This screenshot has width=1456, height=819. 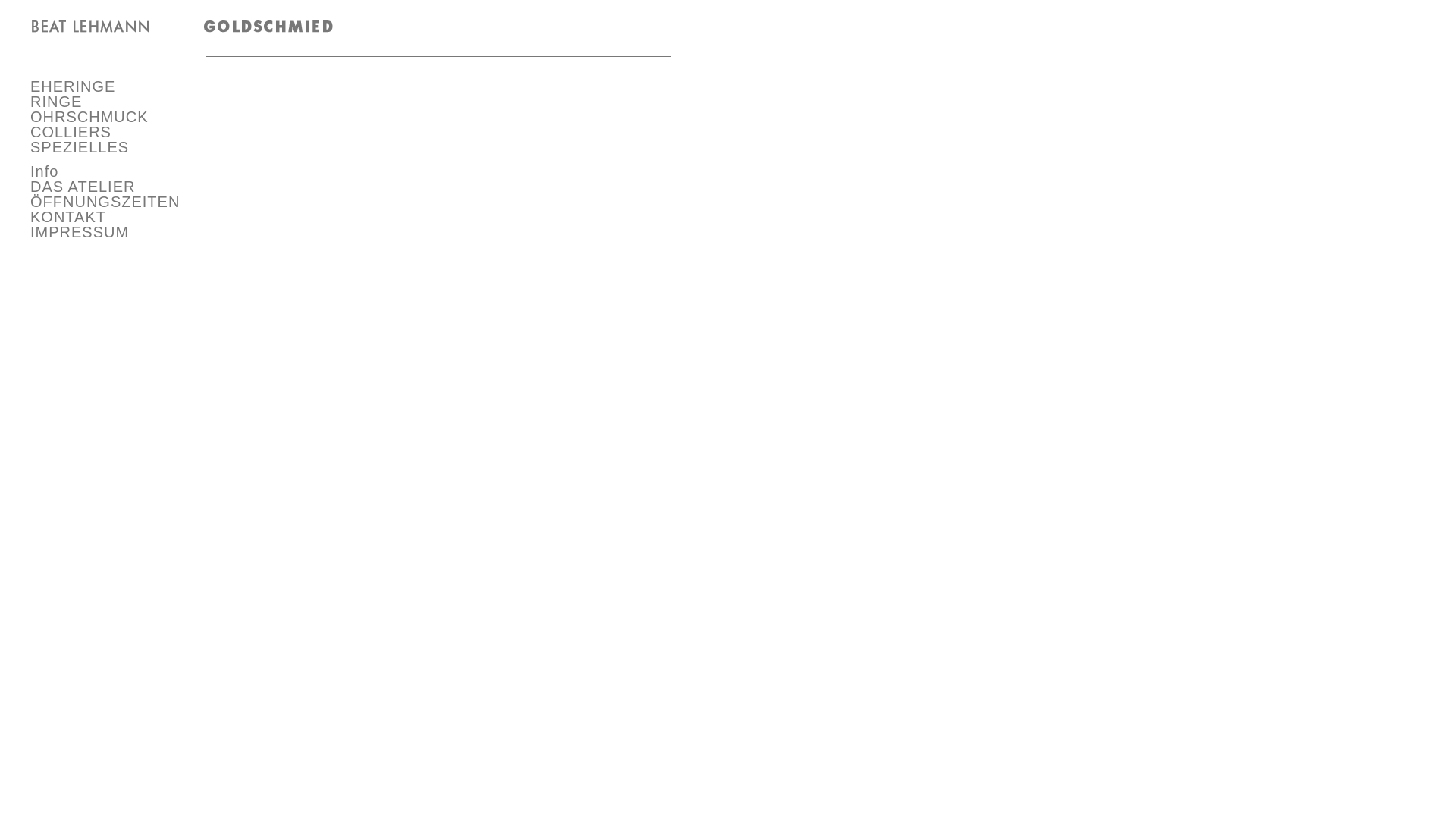 I want to click on 'DAS ATELIER', so click(x=82, y=186).